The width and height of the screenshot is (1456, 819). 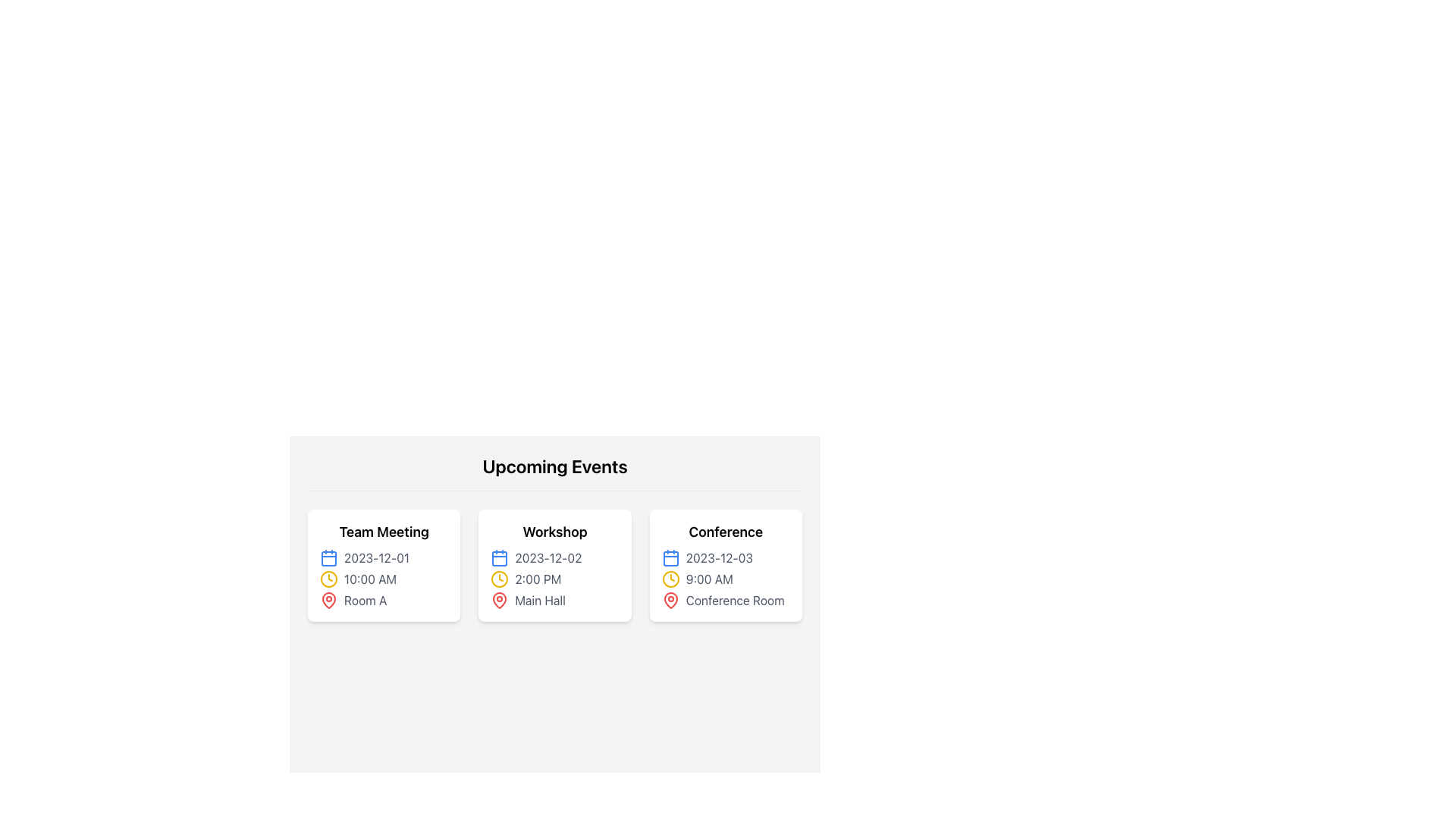 What do you see at coordinates (328, 558) in the screenshot?
I see `the date icon located to the left of the text '2023-12-01' in the 'Upcoming Events' section, which is part of the 'Team Meeting' event card` at bounding box center [328, 558].